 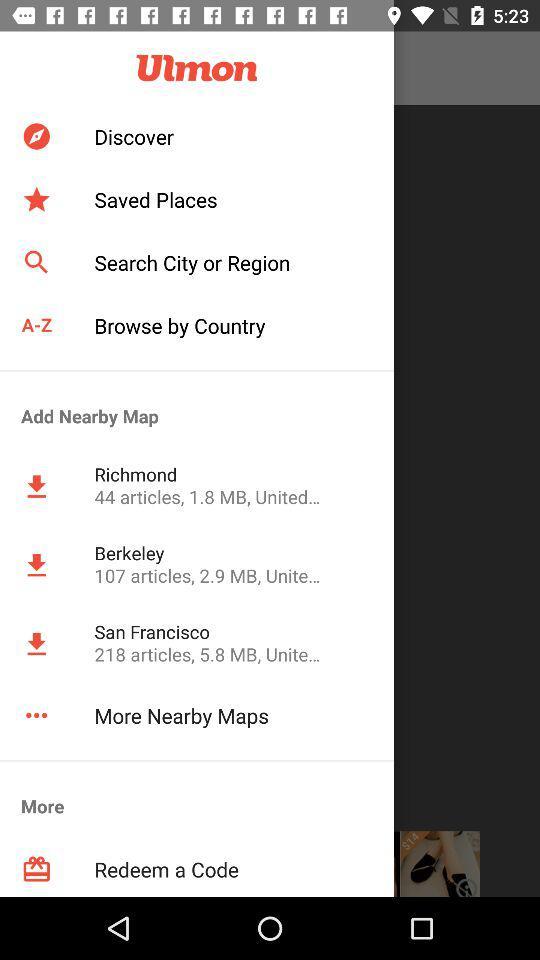 What do you see at coordinates (36, 715) in the screenshot?
I see `the three dots button above the more on the web page` at bounding box center [36, 715].